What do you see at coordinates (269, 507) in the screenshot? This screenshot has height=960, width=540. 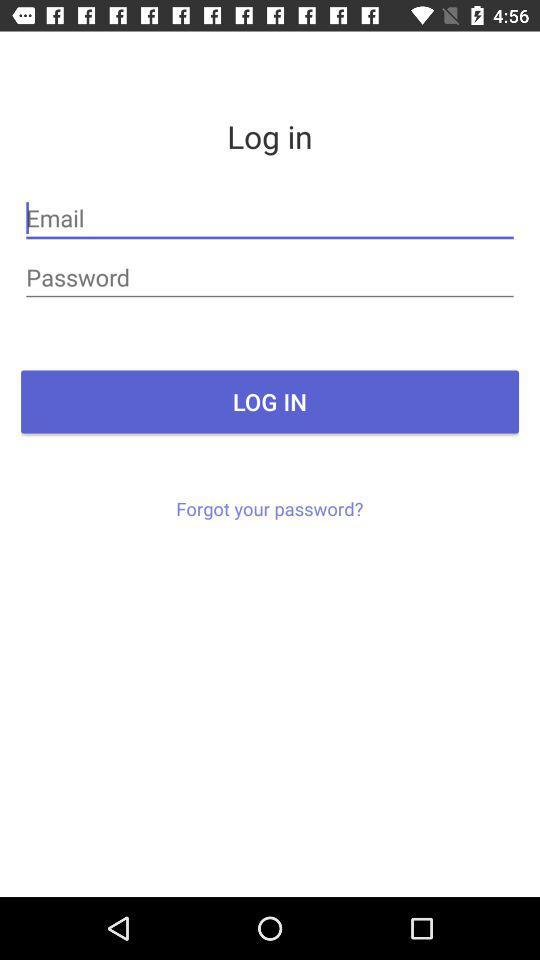 I see `item below the log in icon` at bounding box center [269, 507].